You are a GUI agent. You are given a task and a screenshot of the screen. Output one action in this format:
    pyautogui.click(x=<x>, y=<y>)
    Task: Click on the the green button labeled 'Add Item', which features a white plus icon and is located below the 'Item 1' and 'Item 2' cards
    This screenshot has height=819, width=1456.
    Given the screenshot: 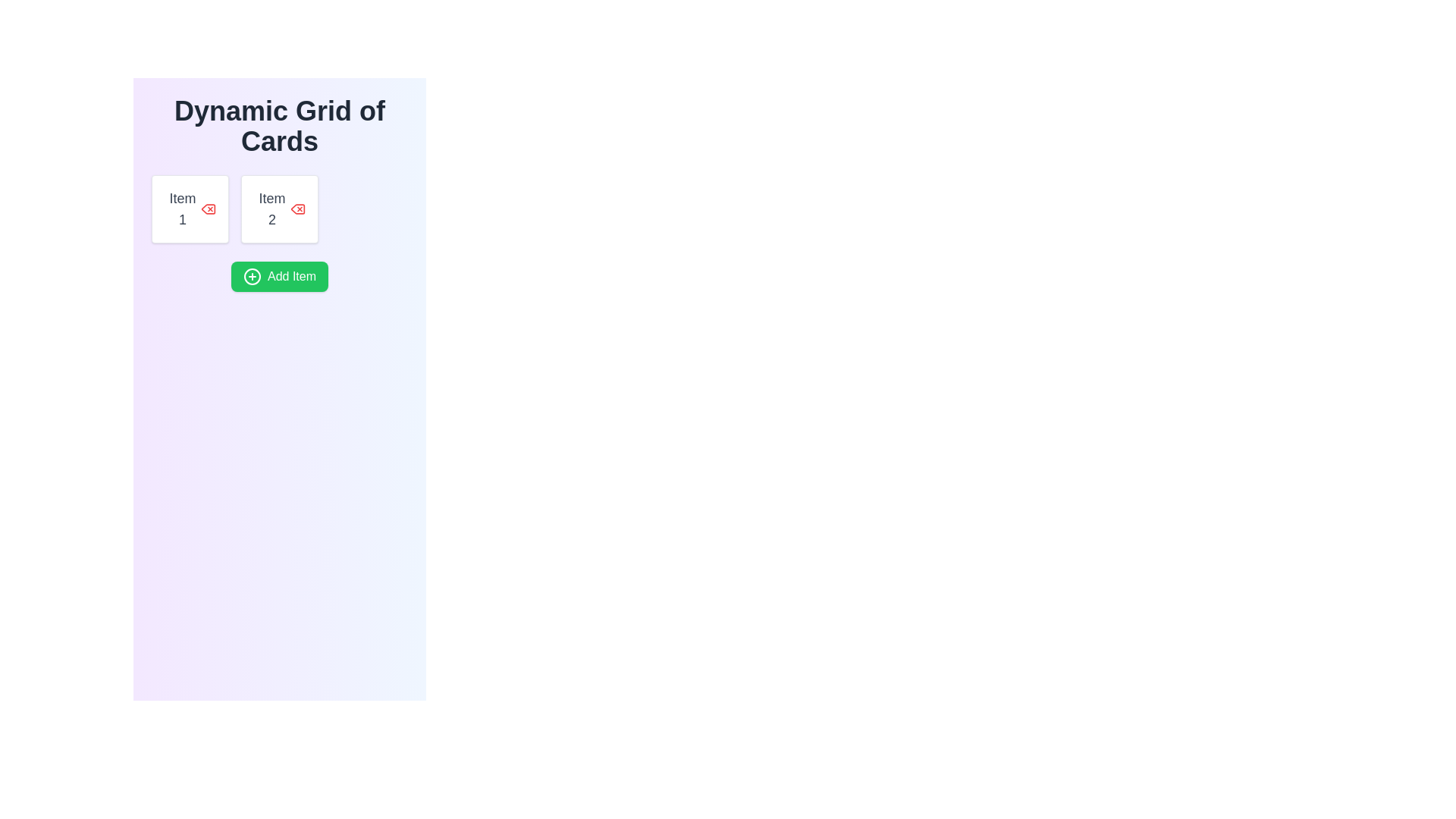 What is the action you would take?
    pyautogui.click(x=280, y=277)
    